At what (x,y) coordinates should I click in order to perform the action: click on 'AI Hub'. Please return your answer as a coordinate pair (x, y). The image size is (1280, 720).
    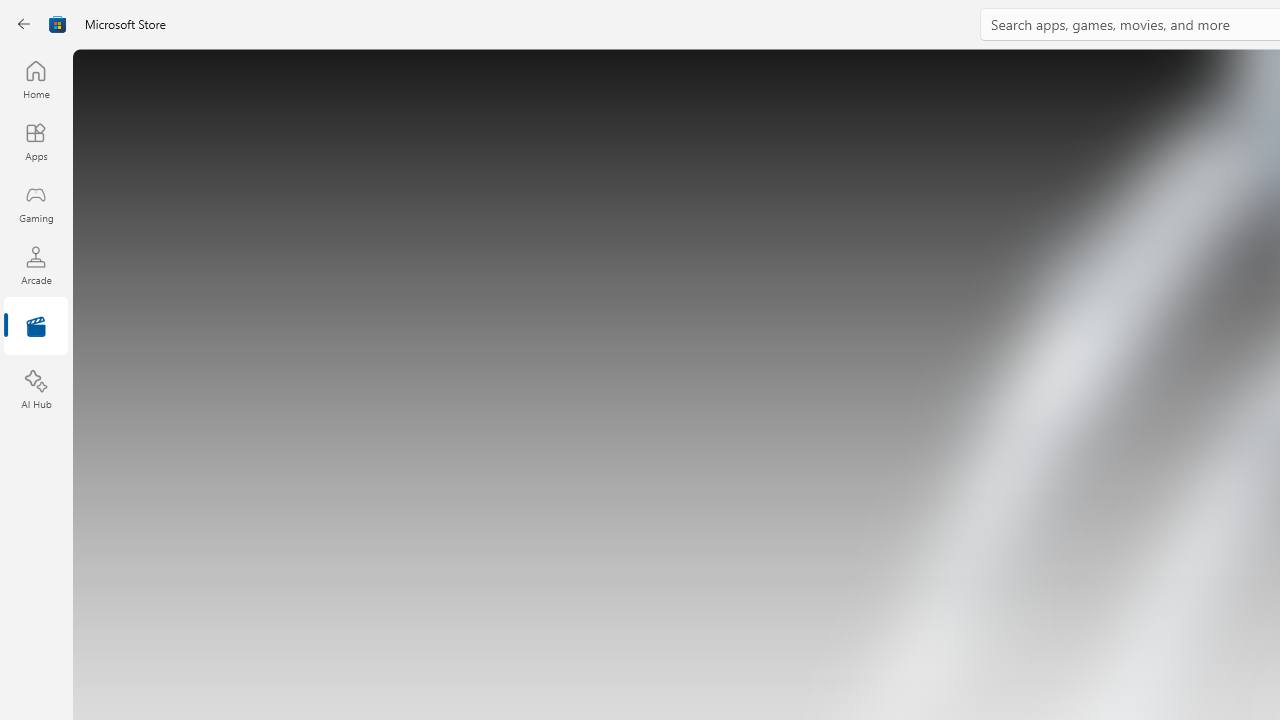
    Looking at the image, I should click on (35, 390).